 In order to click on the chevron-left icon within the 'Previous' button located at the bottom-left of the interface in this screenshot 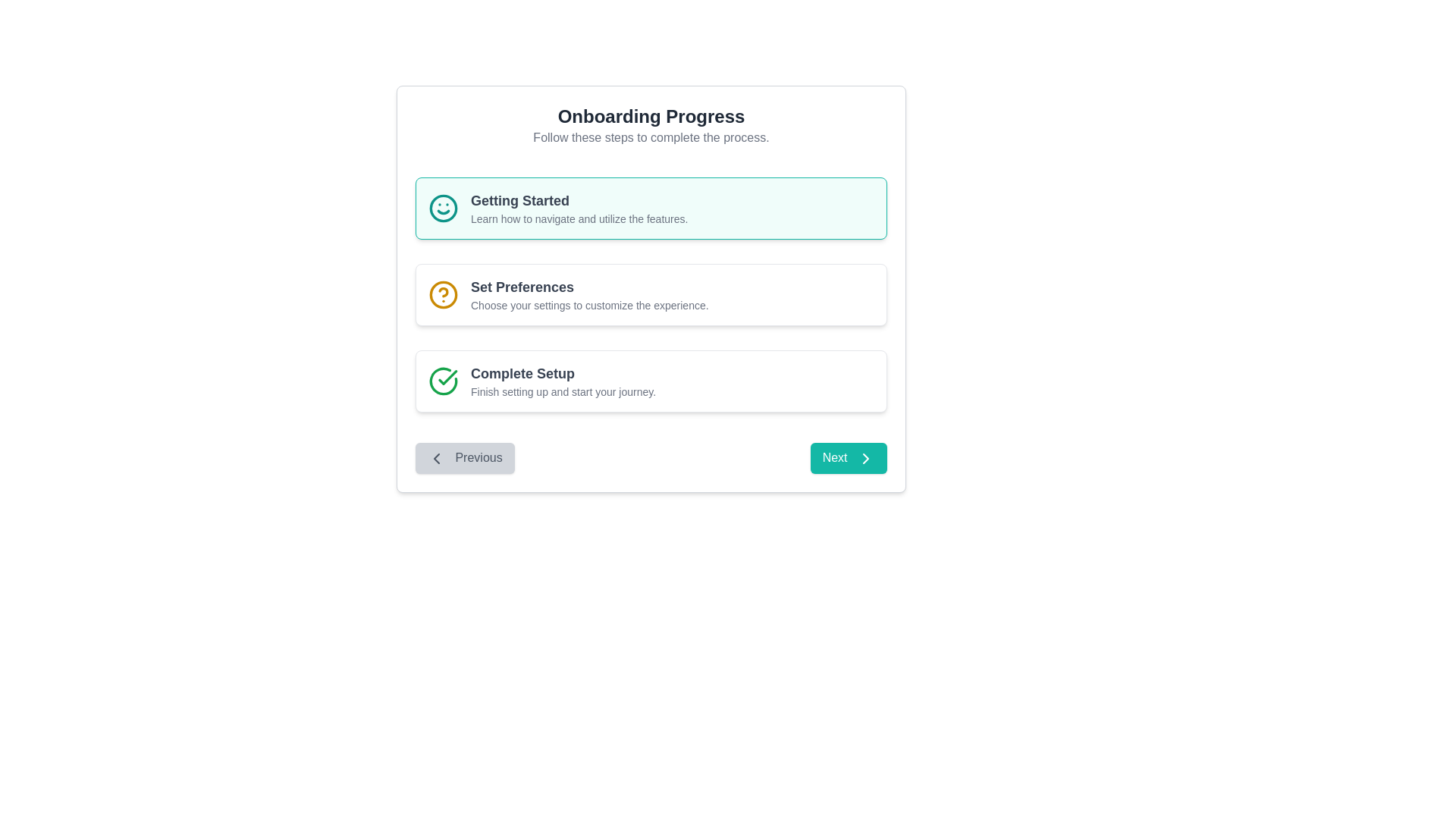, I will do `click(436, 457)`.